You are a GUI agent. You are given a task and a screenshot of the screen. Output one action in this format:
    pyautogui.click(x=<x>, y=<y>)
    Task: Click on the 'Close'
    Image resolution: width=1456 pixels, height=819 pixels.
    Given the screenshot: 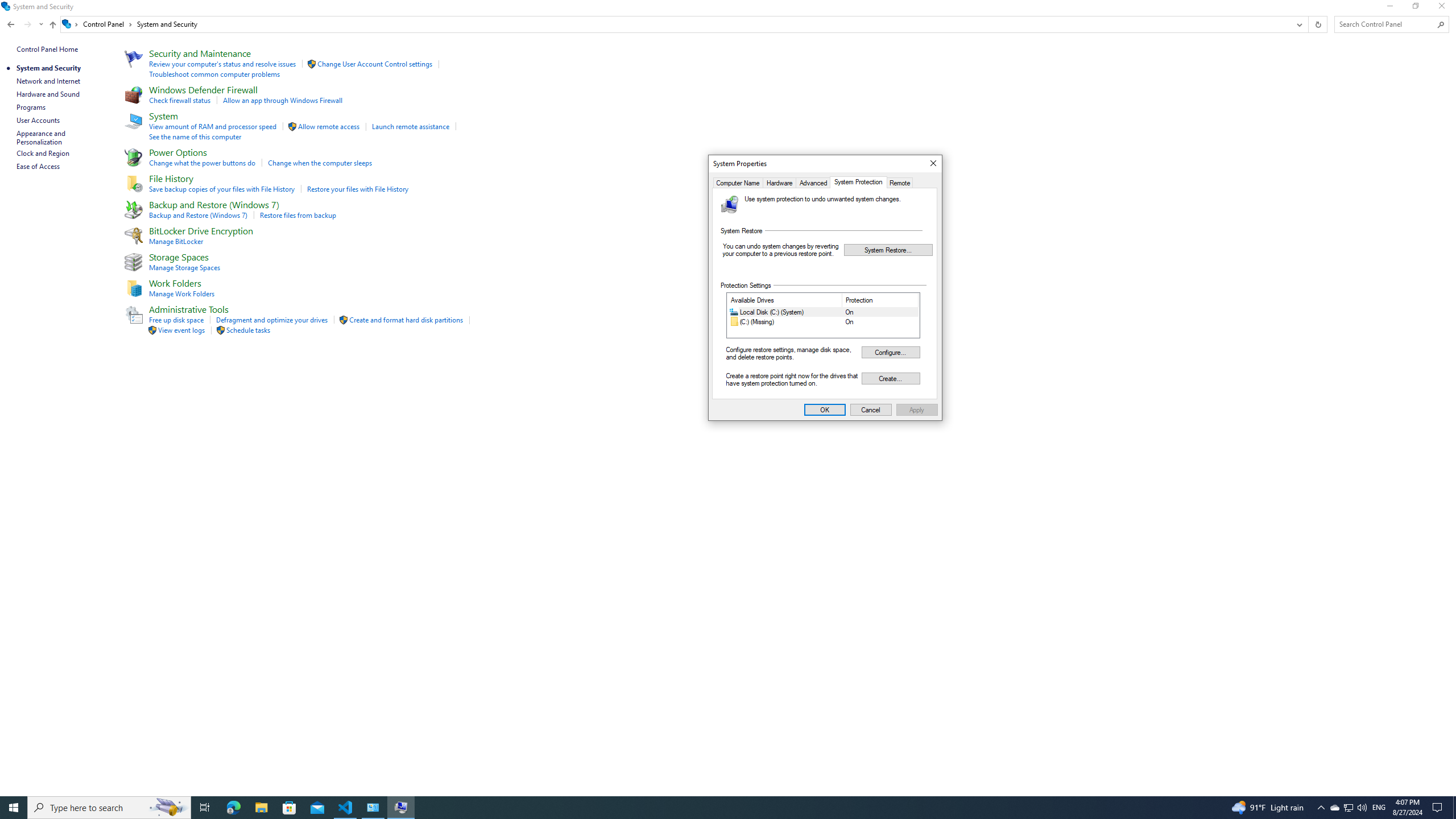 What is the action you would take?
    pyautogui.click(x=932, y=163)
    